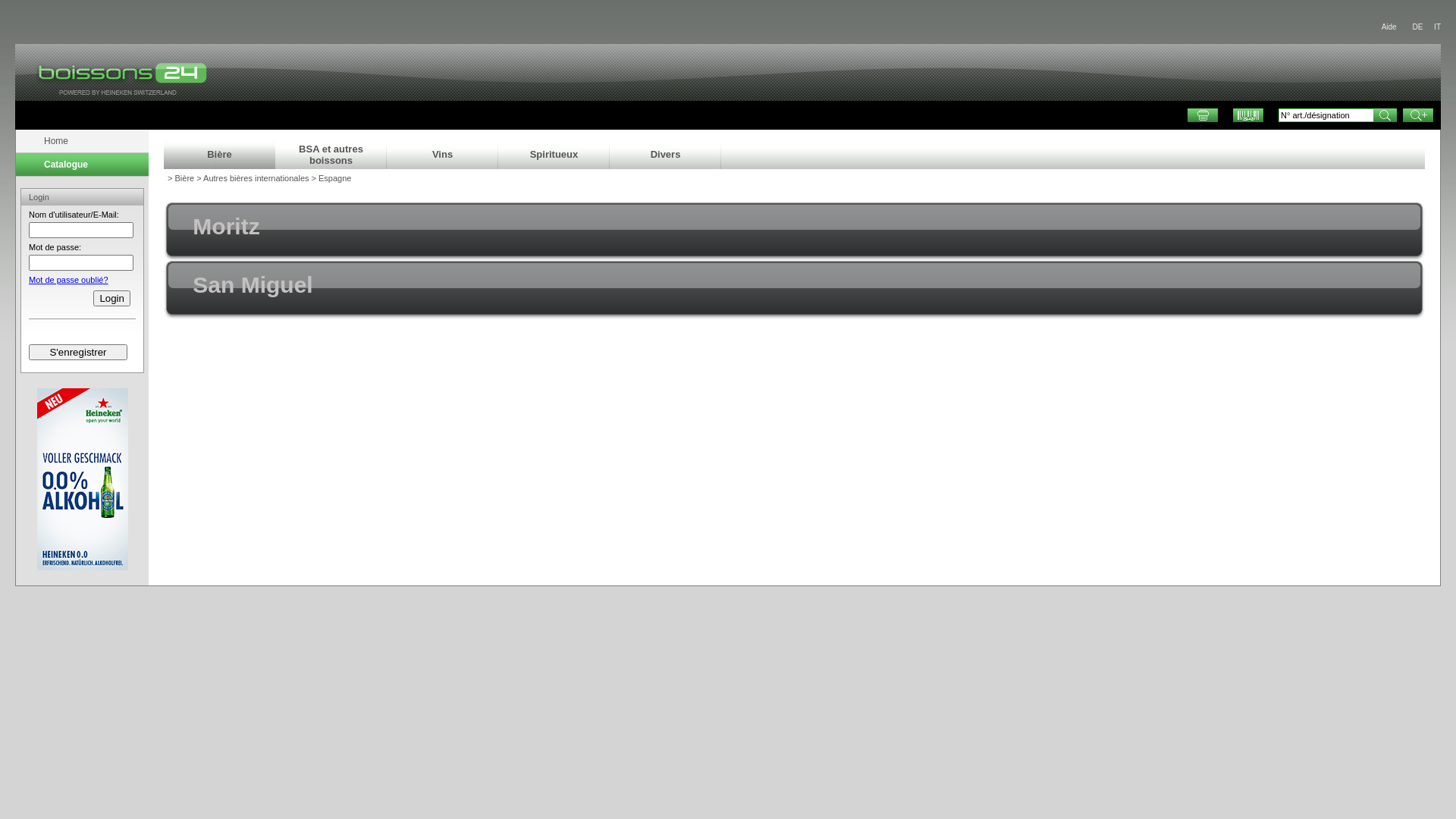 The height and width of the screenshot is (819, 1456). Describe the element at coordinates (18, 164) in the screenshot. I see `'Catalogue'` at that location.